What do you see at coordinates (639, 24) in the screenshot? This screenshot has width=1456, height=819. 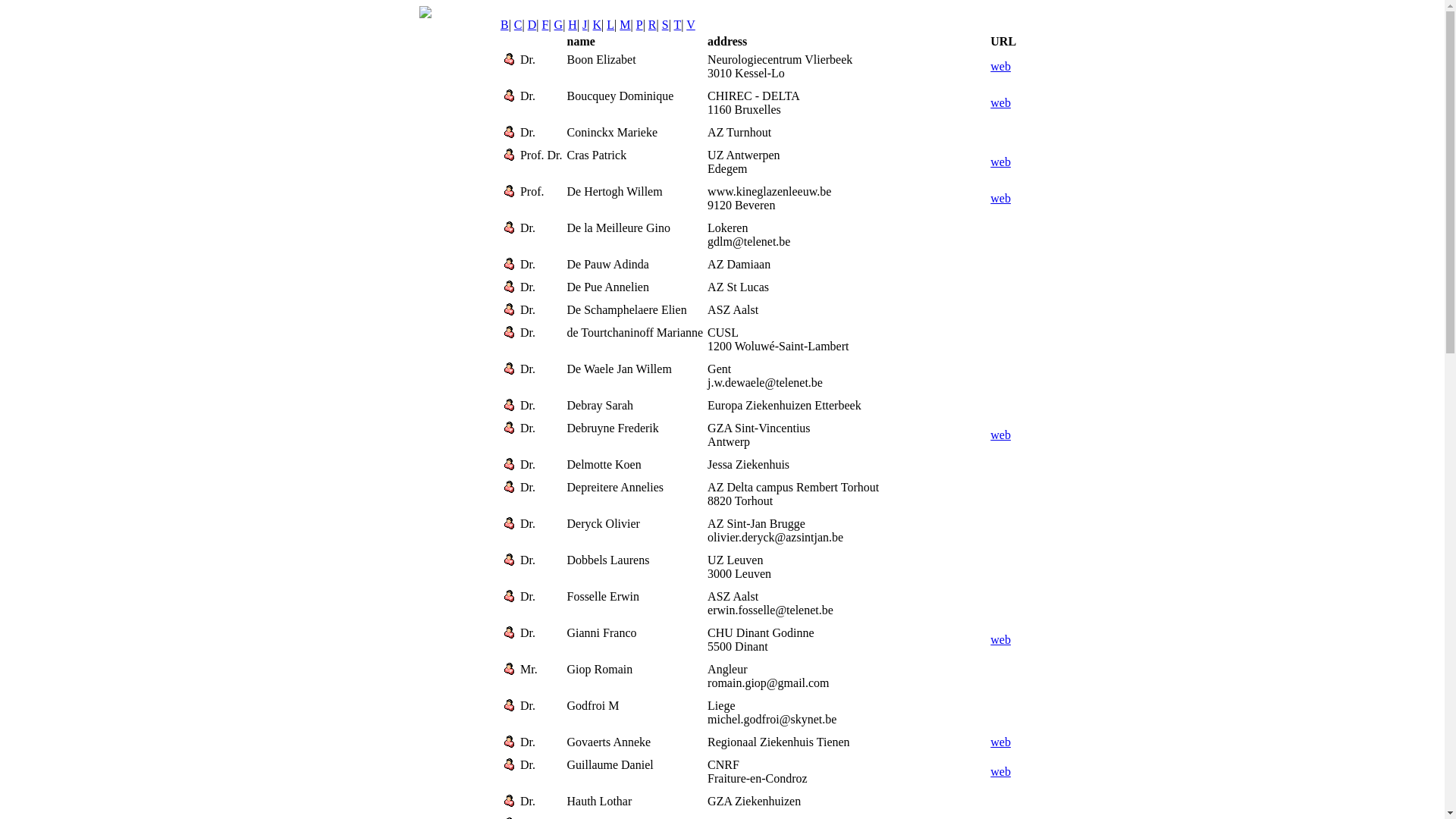 I see `'P'` at bounding box center [639, 24].